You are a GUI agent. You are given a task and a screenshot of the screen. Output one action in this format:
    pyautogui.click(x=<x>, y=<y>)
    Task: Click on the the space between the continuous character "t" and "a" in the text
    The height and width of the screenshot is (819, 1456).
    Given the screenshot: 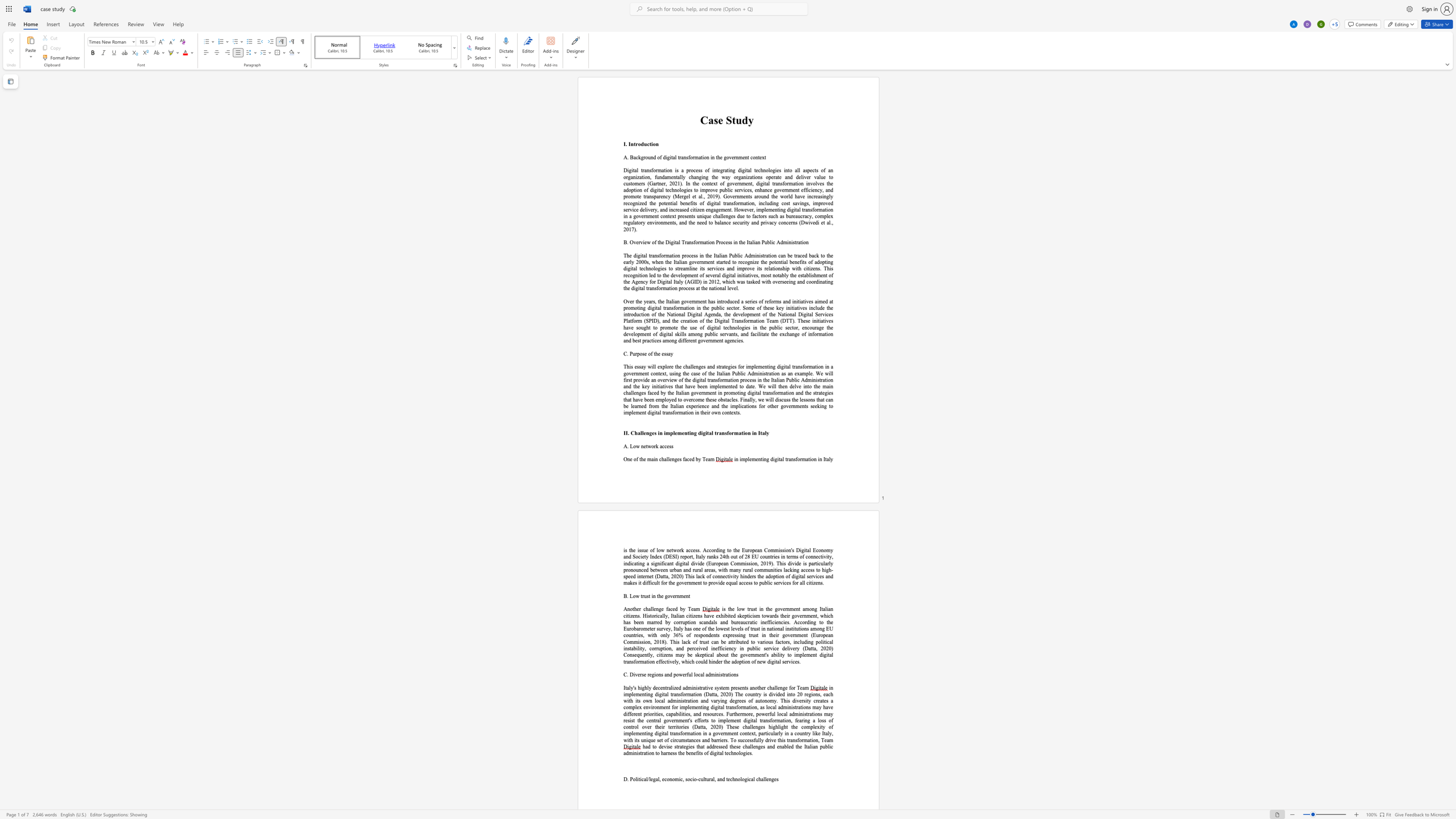 What is the action you would take?
    pyautogui.click(x=801, y=575)
    